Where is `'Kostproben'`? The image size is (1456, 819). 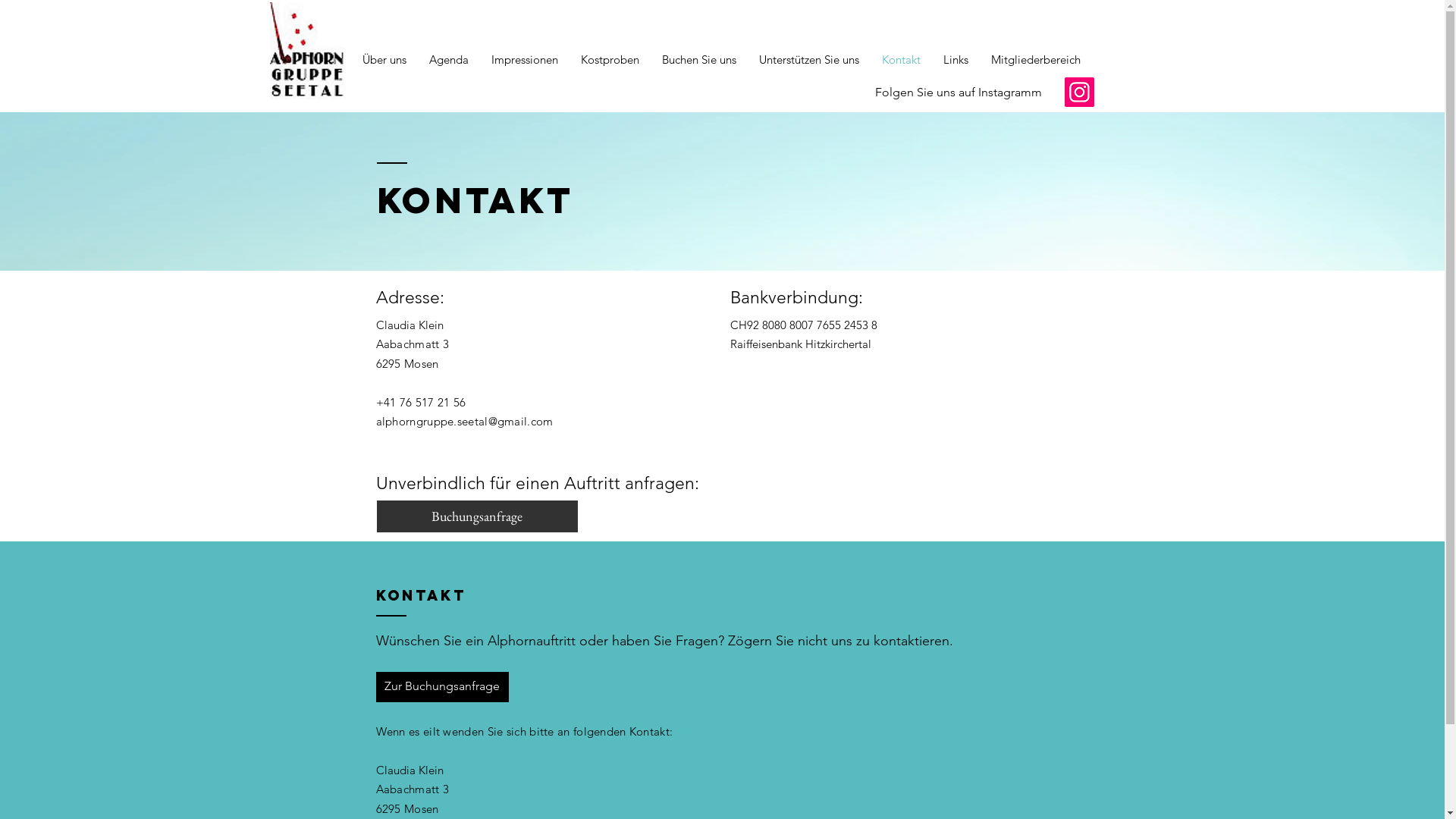
'Kostproben' is located at coordinates (567, 58).